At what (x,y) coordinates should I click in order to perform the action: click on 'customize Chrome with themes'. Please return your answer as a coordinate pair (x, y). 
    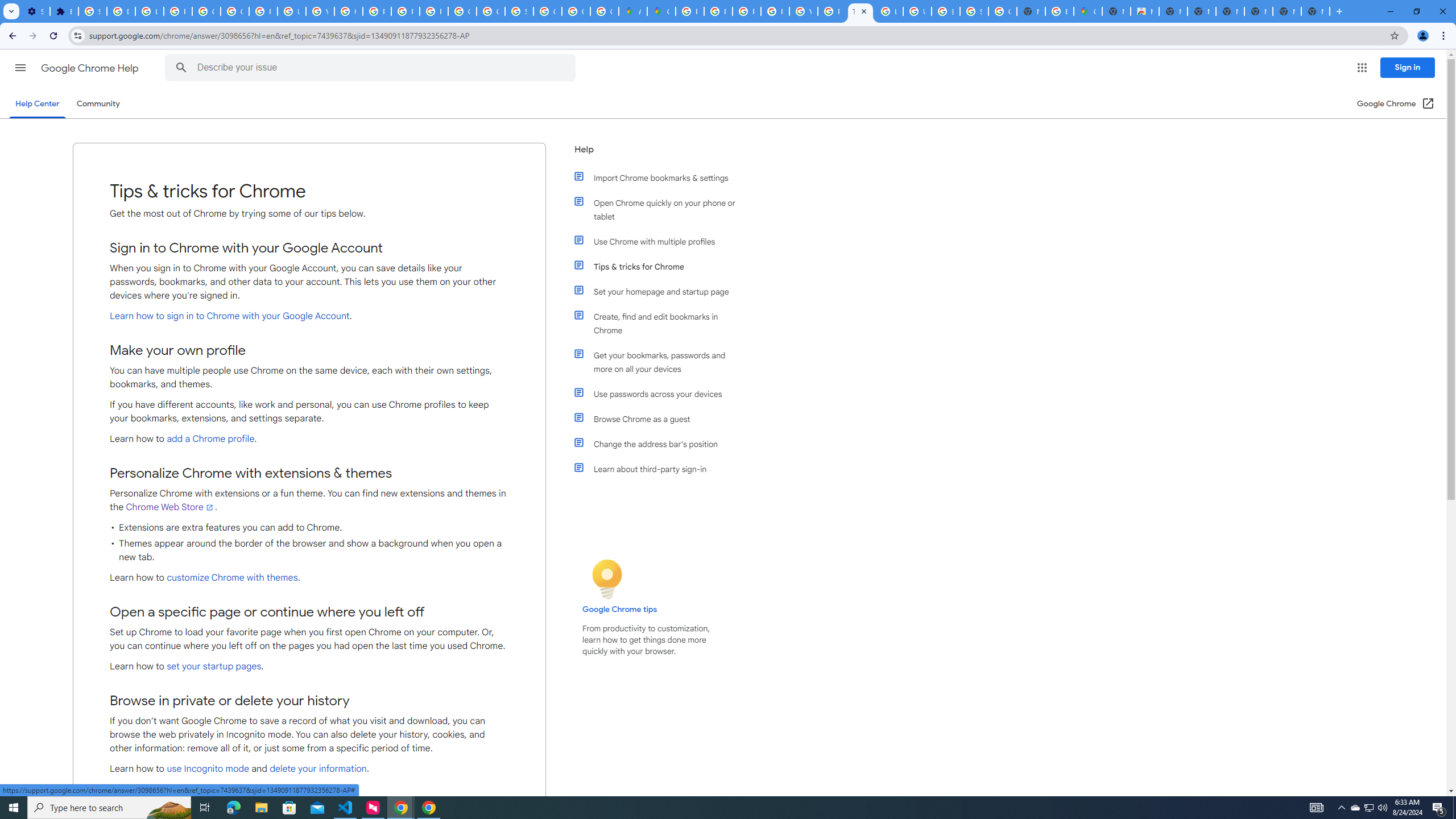
    Looking at the image, I should click on (231, 577).